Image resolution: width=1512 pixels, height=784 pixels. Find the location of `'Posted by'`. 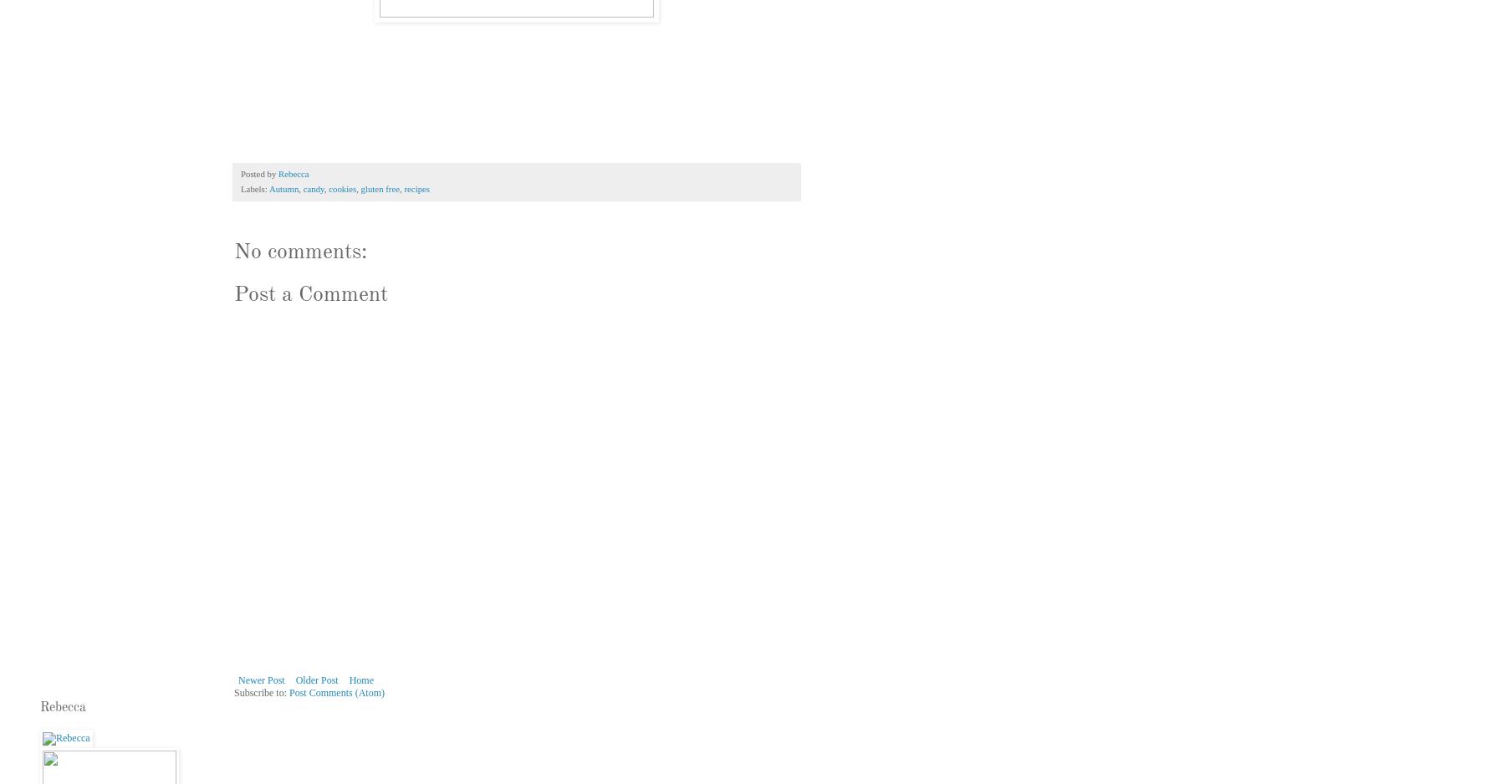

'Posted by' is located at coordinates (259, 173).